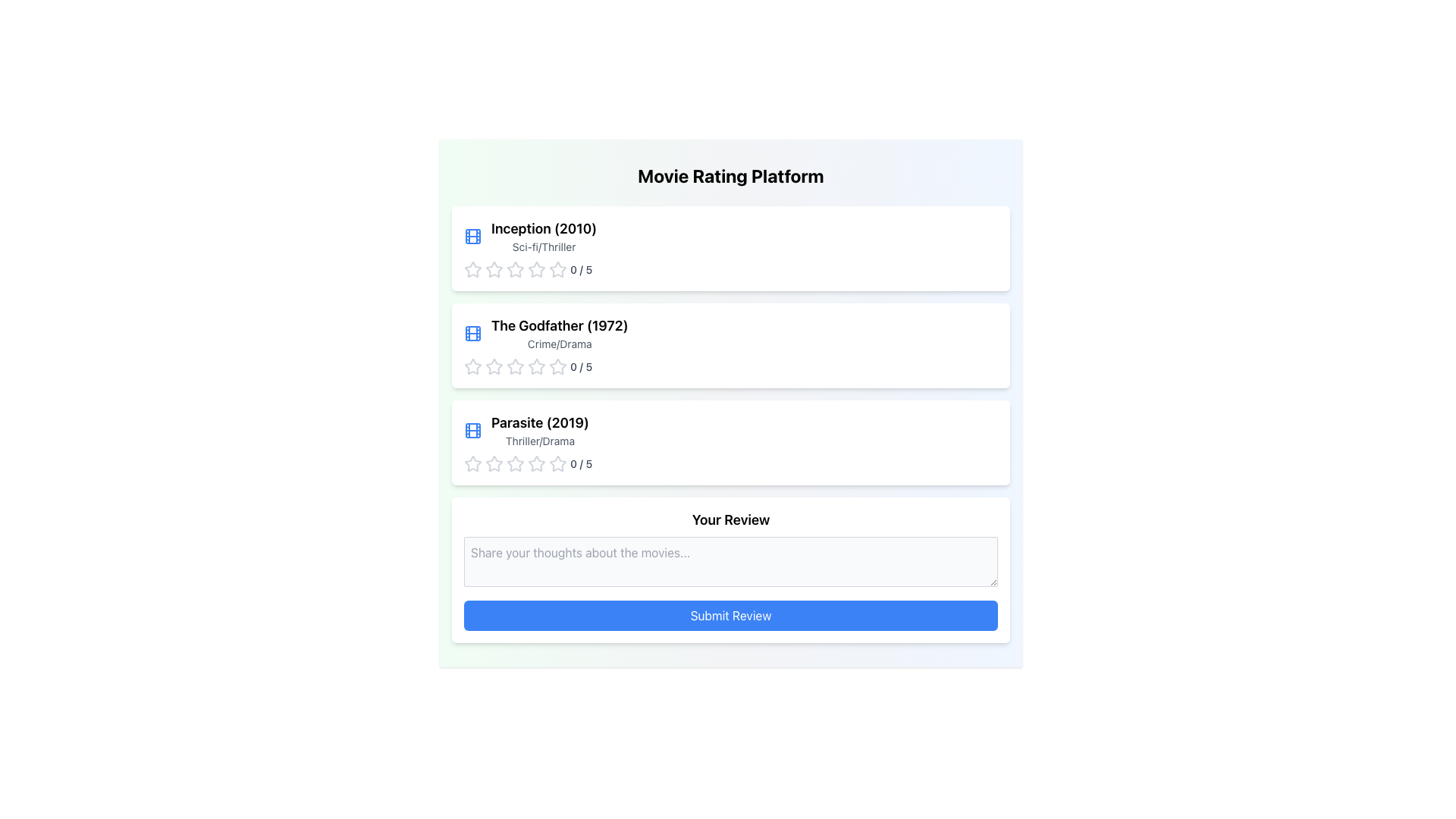 The width and height of the screenshot is (1456, 819). What do you see at coordinates (557, 463) in the screenshot?
I see `the second star in the rating system for 'Parasite (2019)' to set the rating` at bounding box center [557, 463].